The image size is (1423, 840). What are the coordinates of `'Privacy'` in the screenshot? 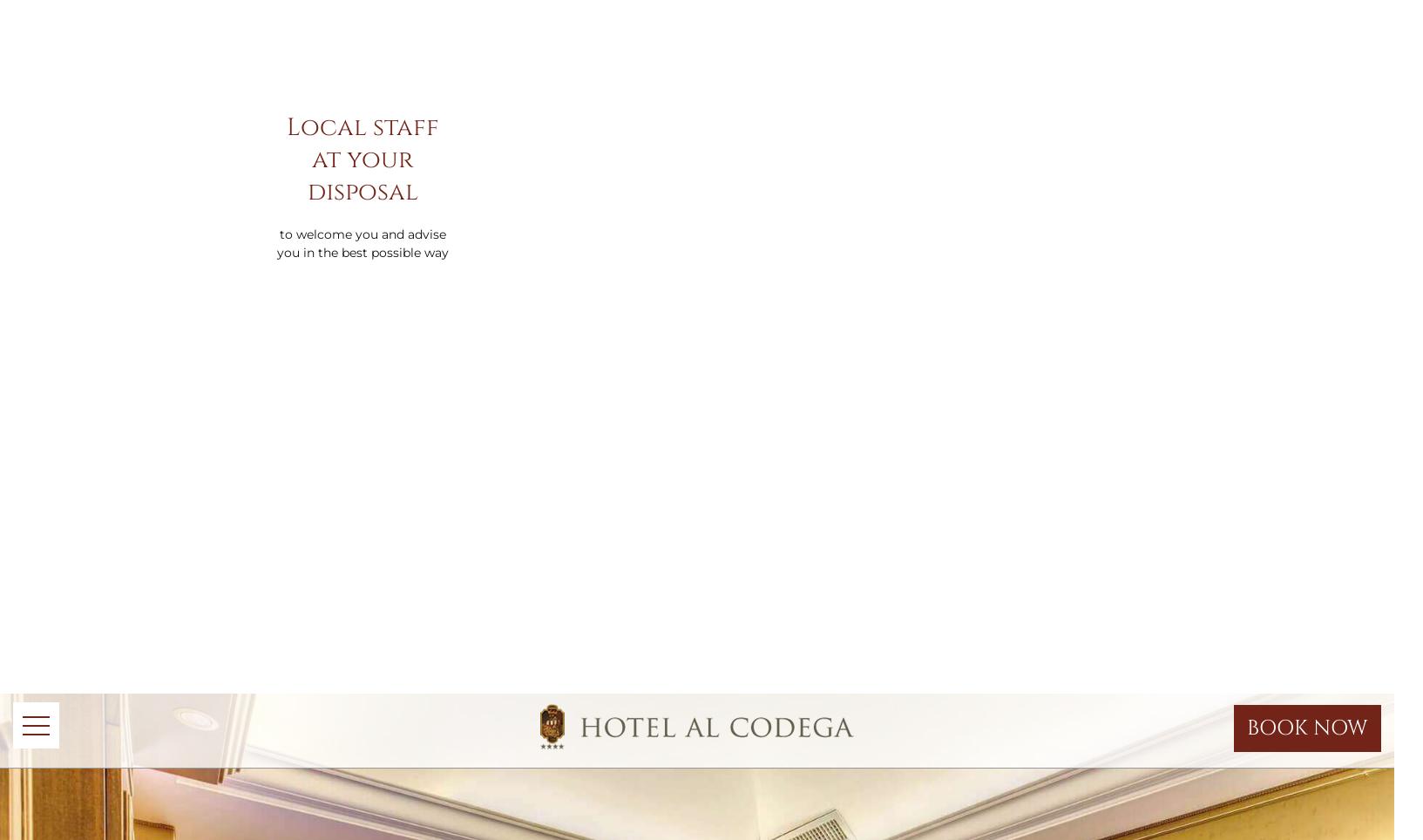 It's located at (1065, 132).